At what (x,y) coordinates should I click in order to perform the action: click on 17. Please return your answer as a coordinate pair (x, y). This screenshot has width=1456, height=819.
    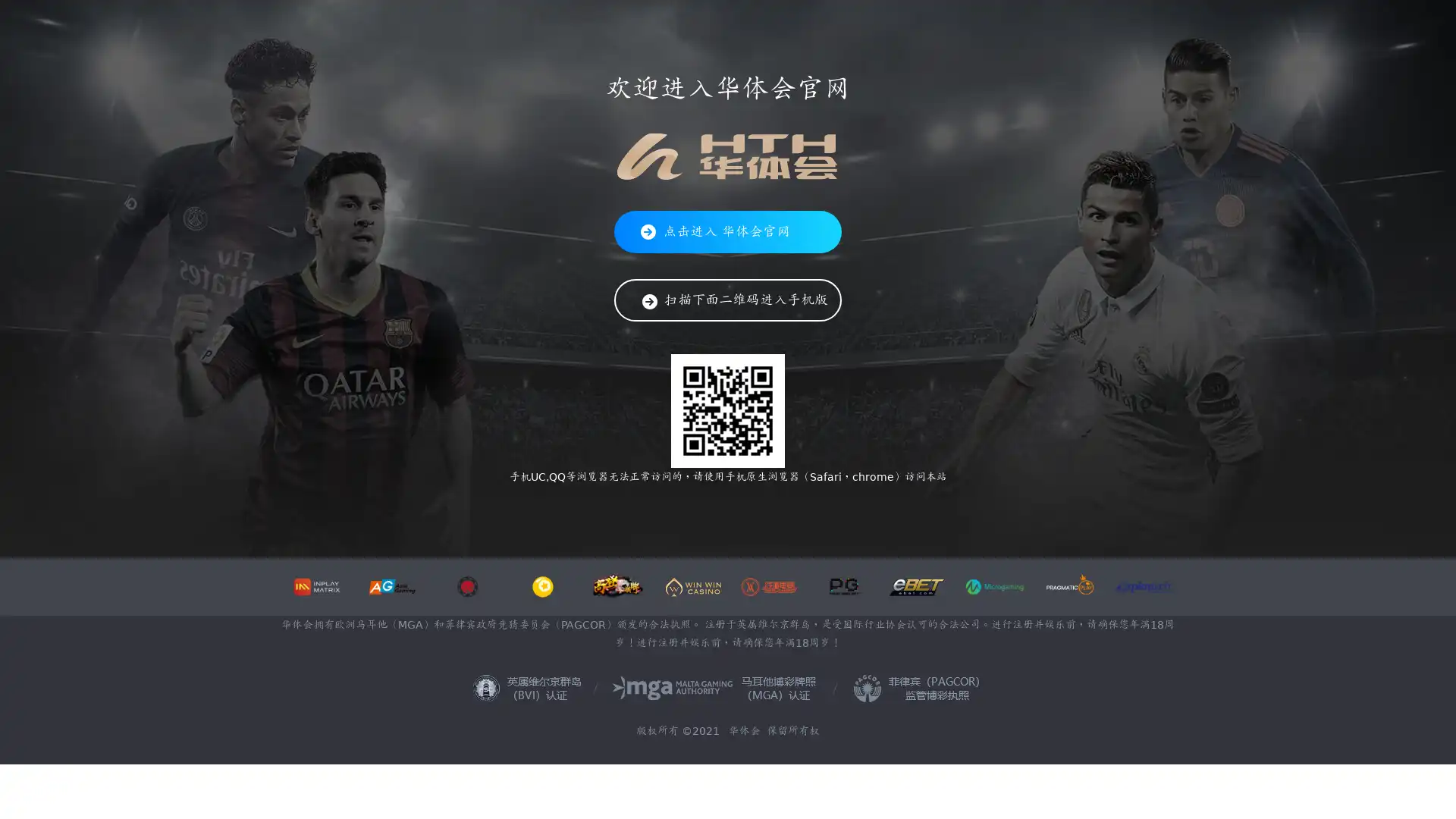
    Looking at the image, I should click on (877, 505).